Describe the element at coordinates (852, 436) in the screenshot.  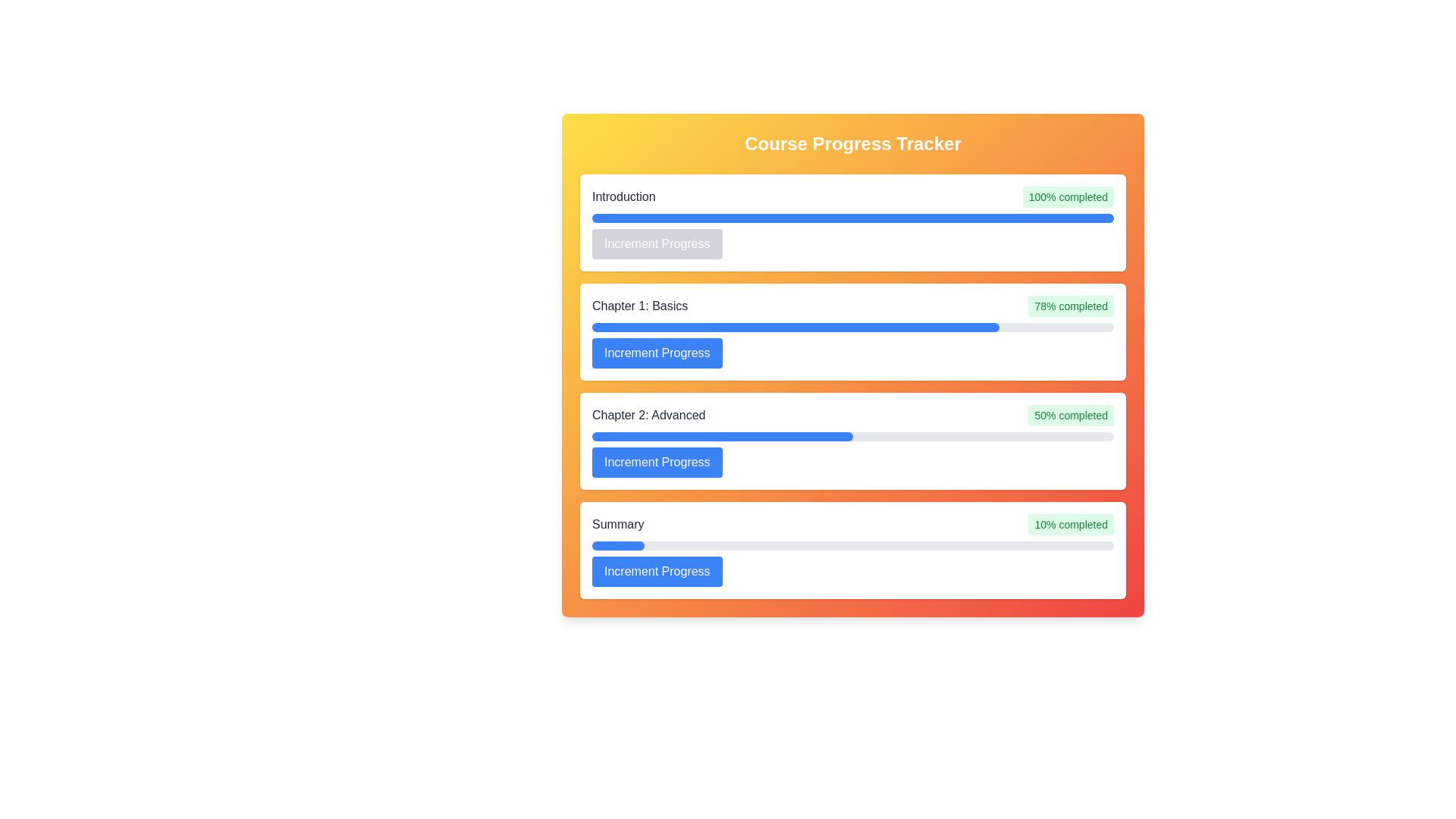
I see `the progress bar indicating the completion status of 'Chapter 2: Advanced' in the course tracker` at that location.